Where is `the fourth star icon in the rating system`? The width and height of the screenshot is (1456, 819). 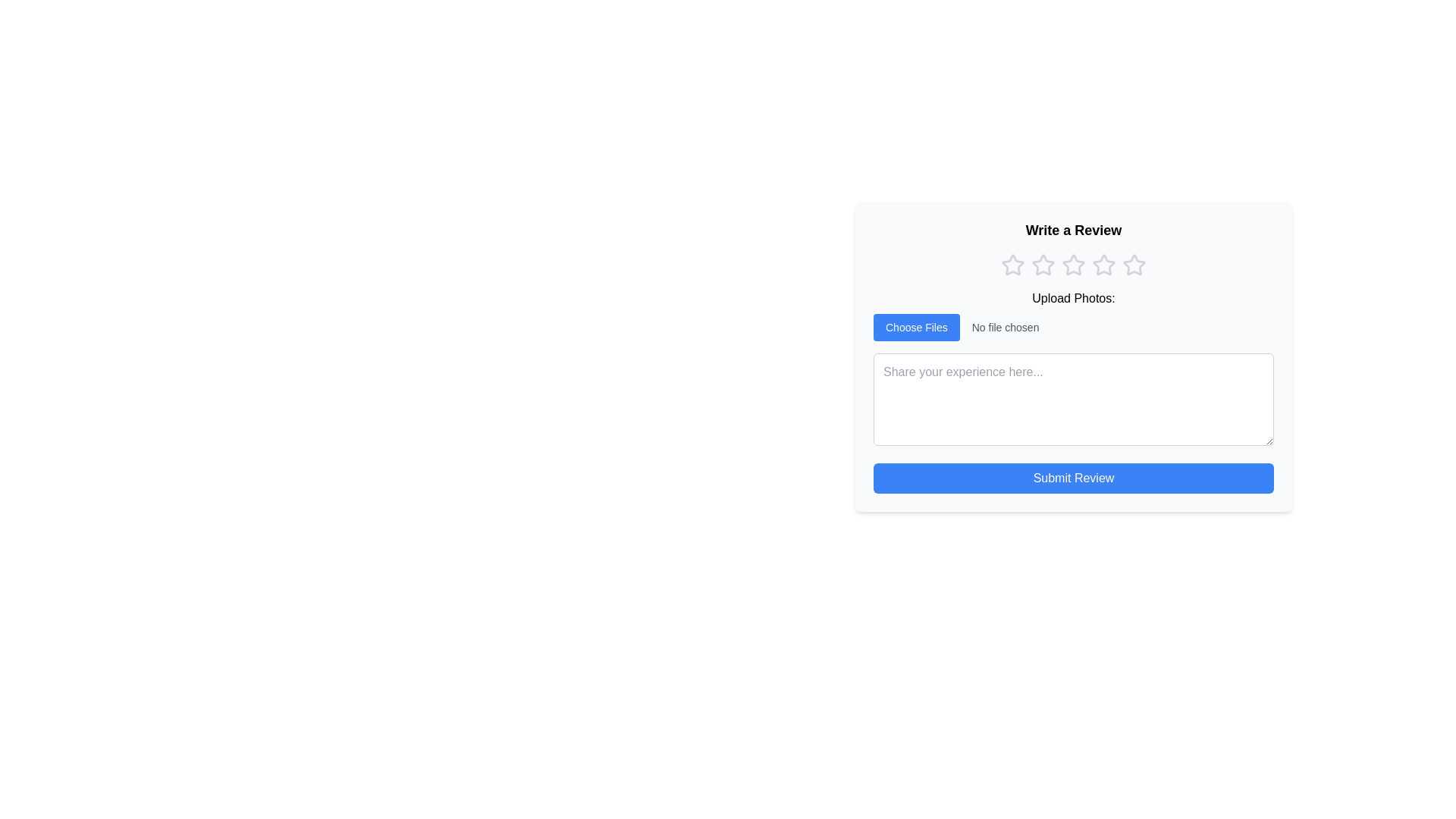
the fourth star icon in the rating system is located at coordinates (1103, 265).